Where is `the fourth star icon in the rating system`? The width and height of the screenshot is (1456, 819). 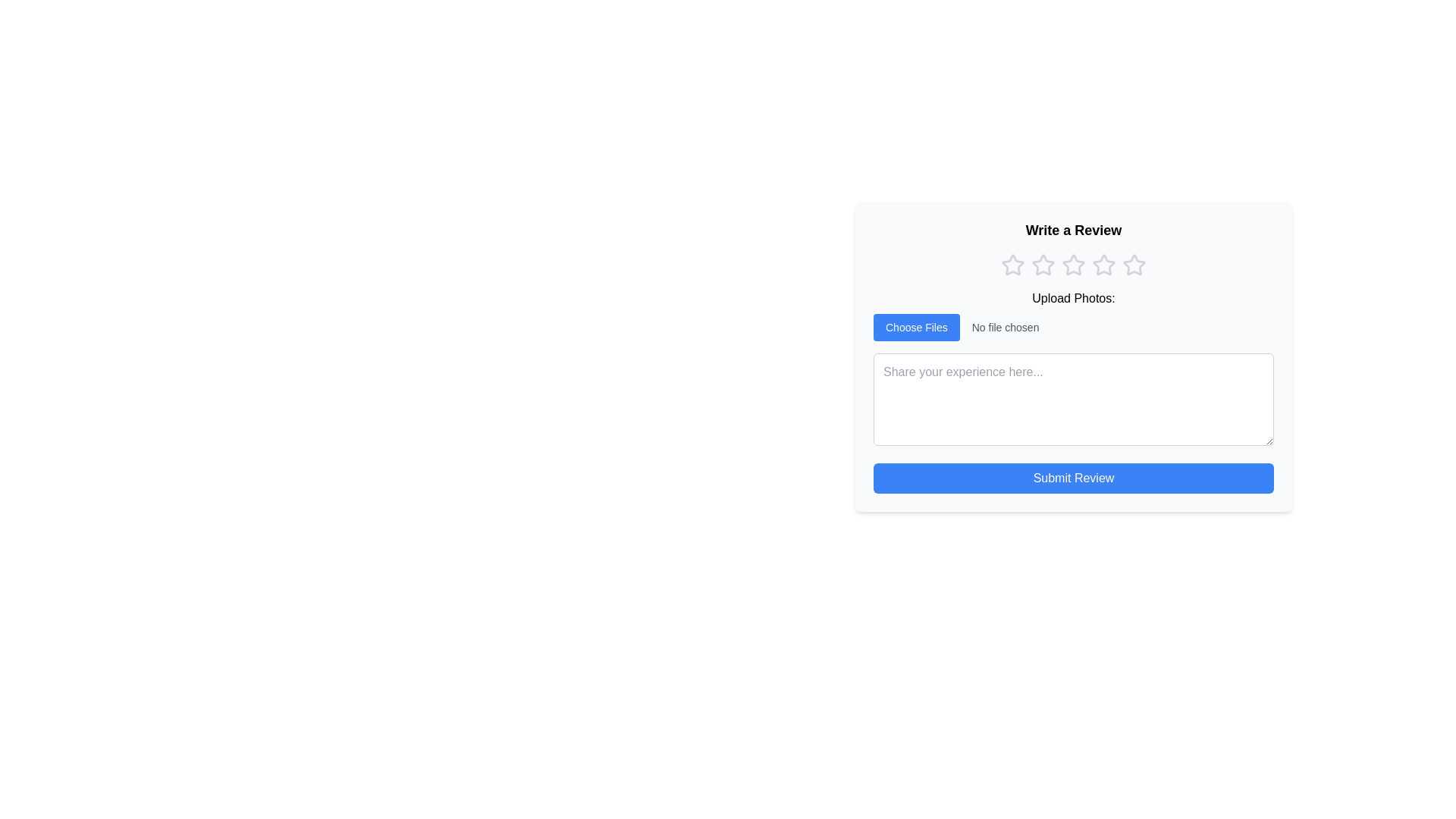
the fourth star icon in the rating system is located at coordinates (1103, 265).